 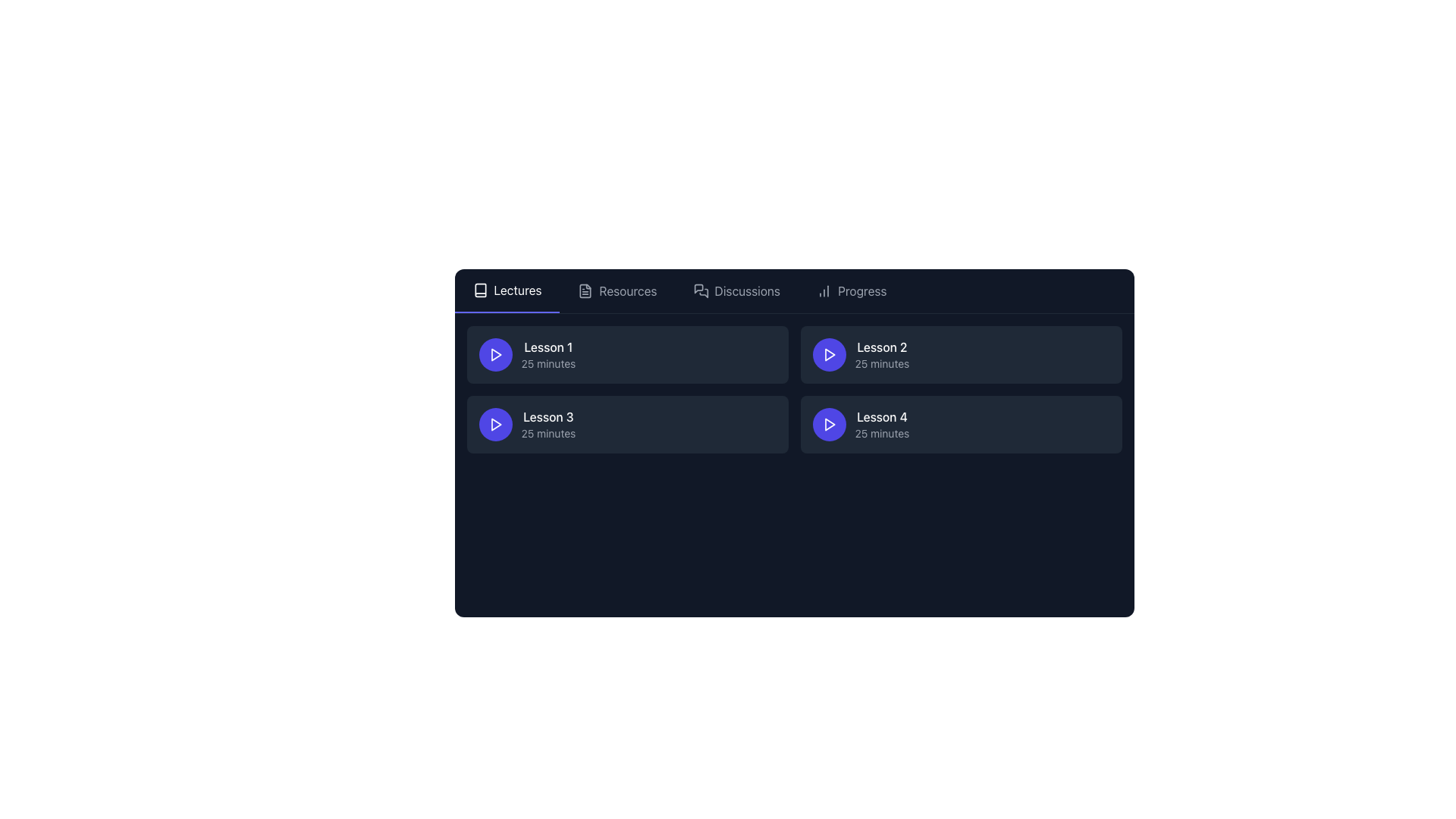 What do you see at coordinates (882, 433) in the screenshot?
I see `duration information displayed in the text label showing '25 minutes', located below the label 'Lesson 4' in the bottom-right corner of the grid layout` at bounding box center [882, 433].